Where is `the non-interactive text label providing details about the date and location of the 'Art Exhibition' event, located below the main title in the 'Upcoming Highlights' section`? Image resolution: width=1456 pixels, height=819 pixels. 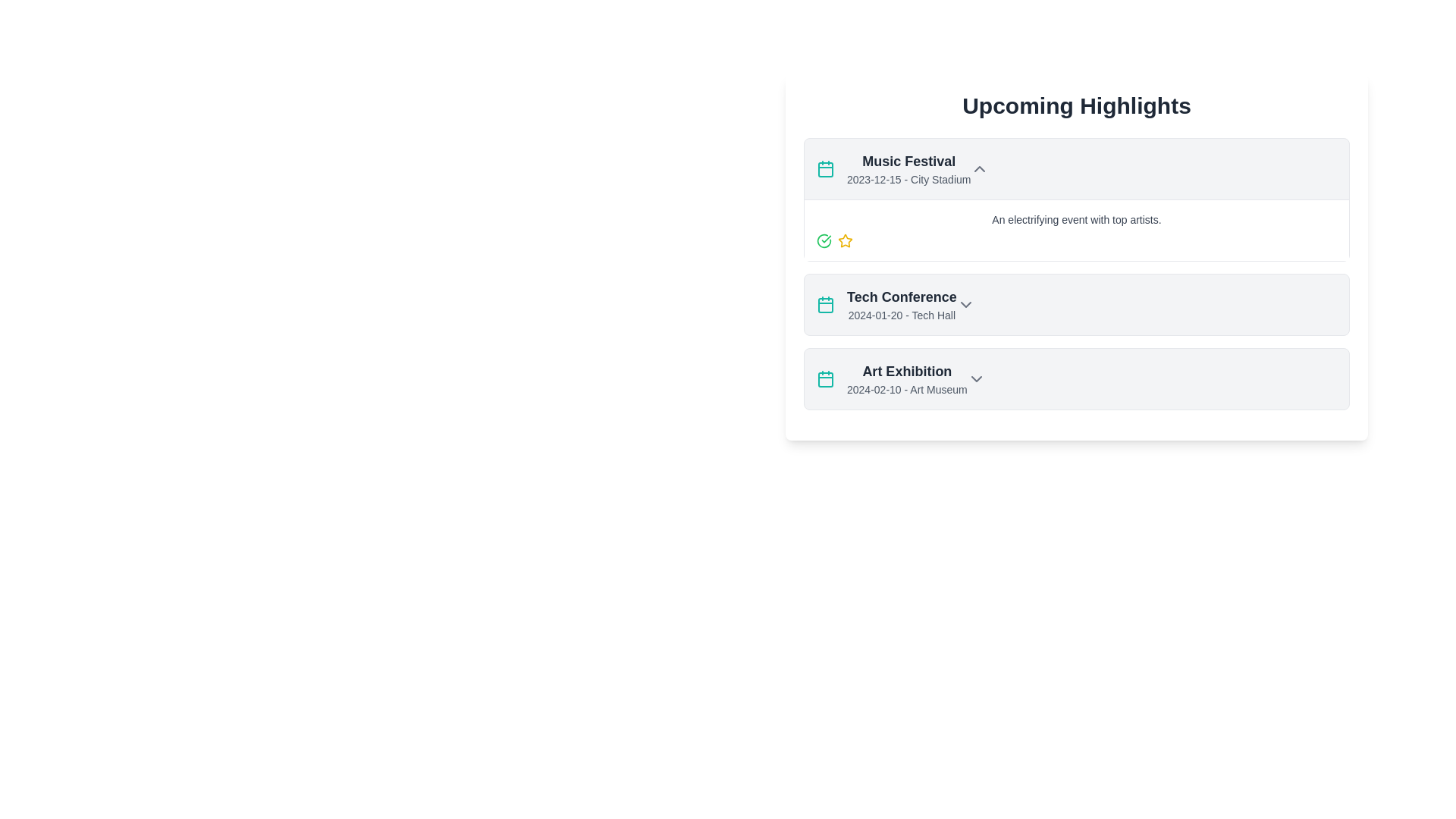 the non-interactive text label providing details about the date and location of the 'Art Exhibition' event, located below the main title in the 'Upcoming Highlights' section is located at coordinates (907, 388).